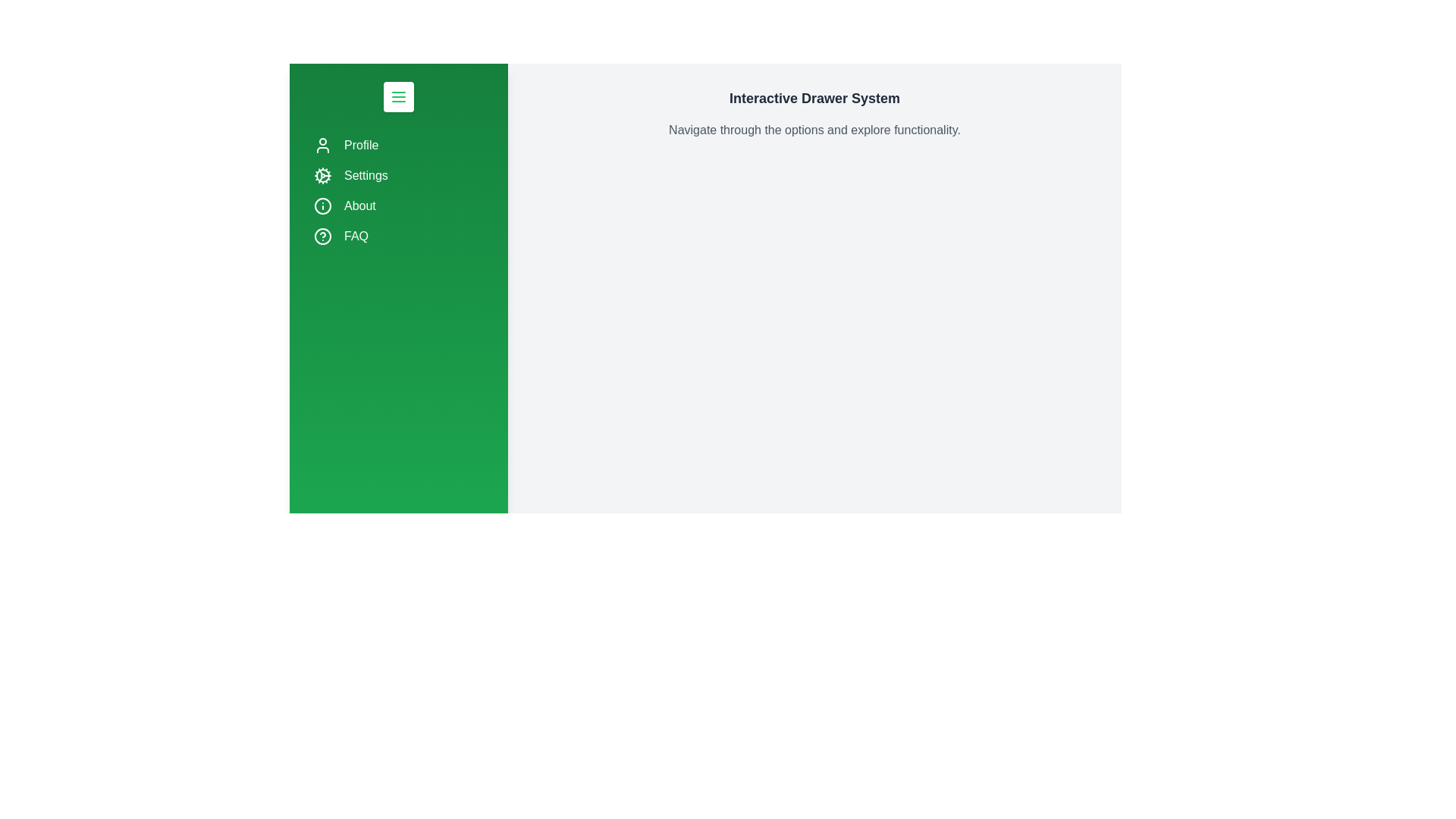 The image size is (1456, 819). I want to click on the navigation item Settings by clicking on it, so click(399, 174).